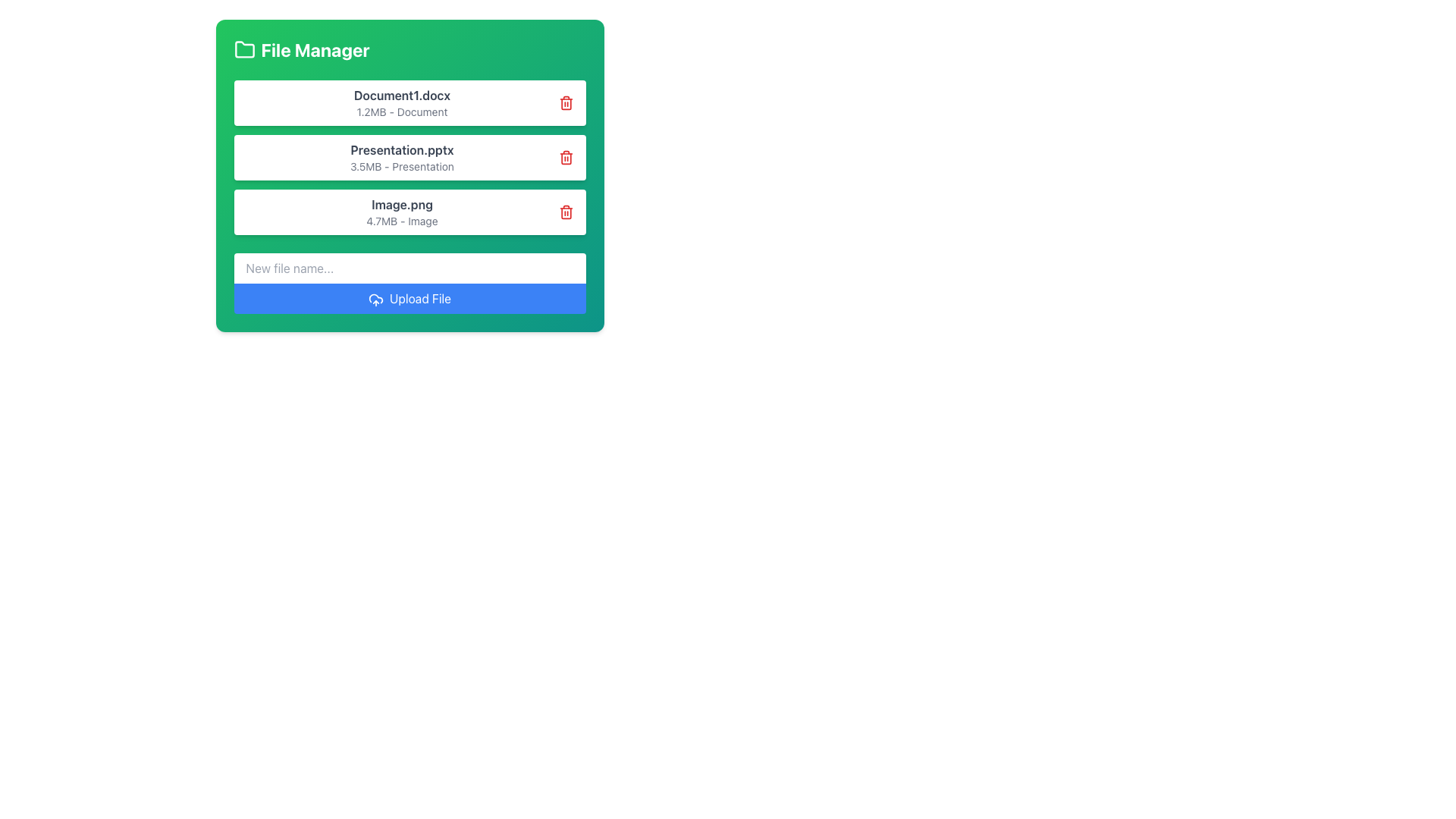  Describe the element at coordinates (375, 300) in the screenshot. I see `the SVG icon representing the upload action, located on the left side of the 'Upload File' text label` at that location.